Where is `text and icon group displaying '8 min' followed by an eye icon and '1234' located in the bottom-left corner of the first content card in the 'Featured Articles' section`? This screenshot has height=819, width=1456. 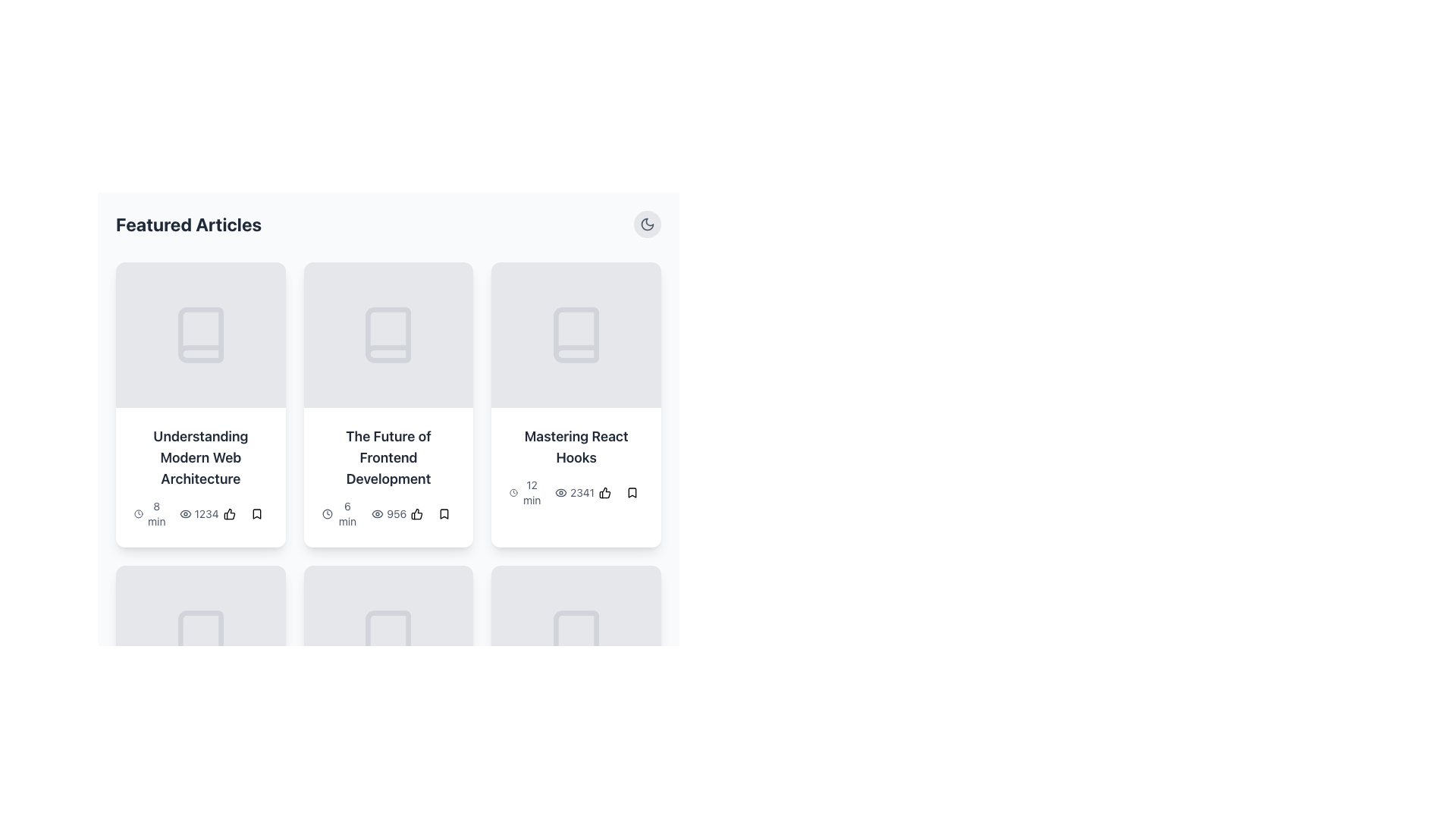 text and icon group displaying '8 min' followed by an eye icon and '1234' located in the bottom-left corner of the first content card in the 'Featured Articles' section is located at coordinates (176, 513).